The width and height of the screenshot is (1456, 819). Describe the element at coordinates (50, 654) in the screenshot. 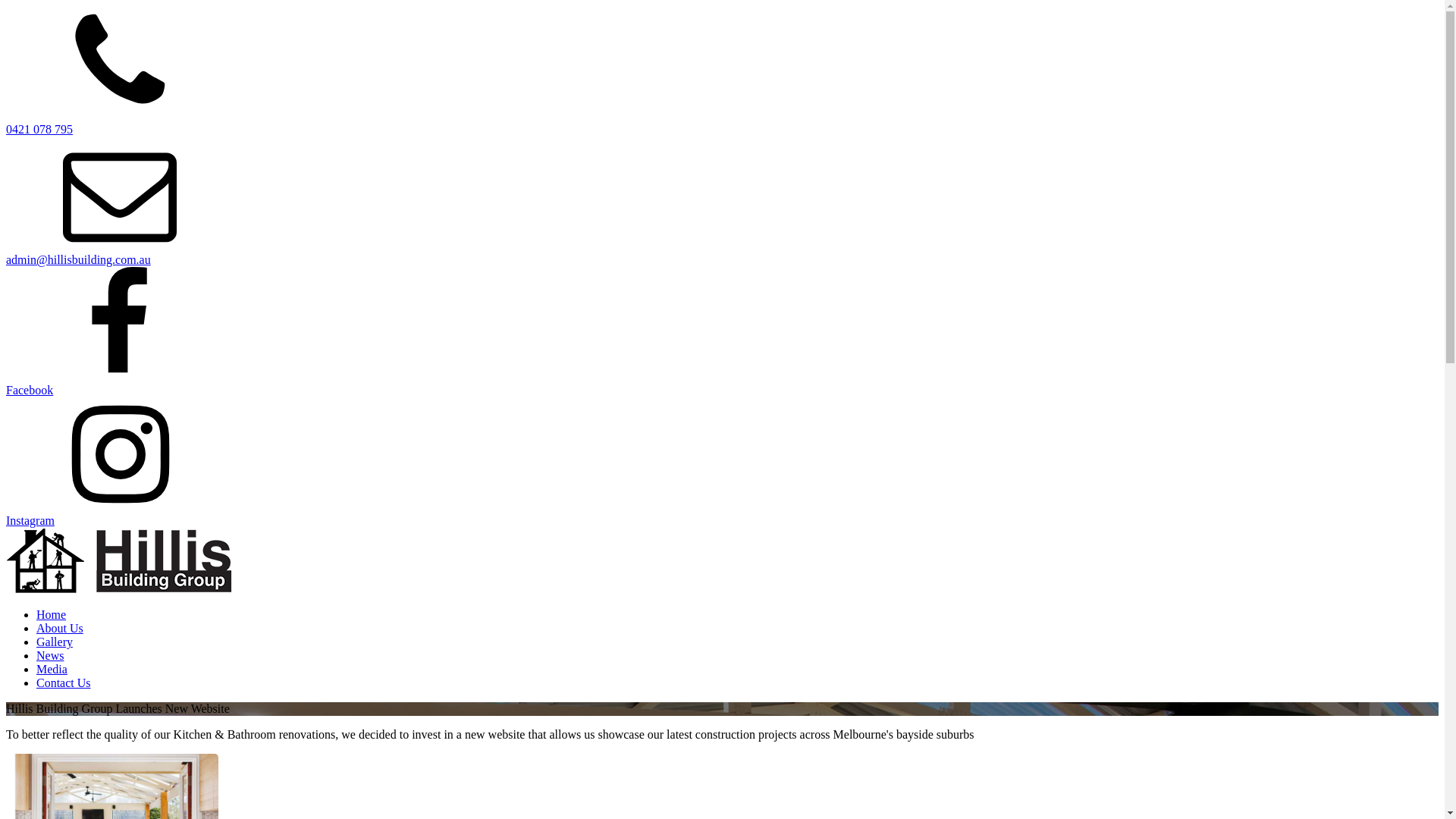

I see `'News'` at that location.